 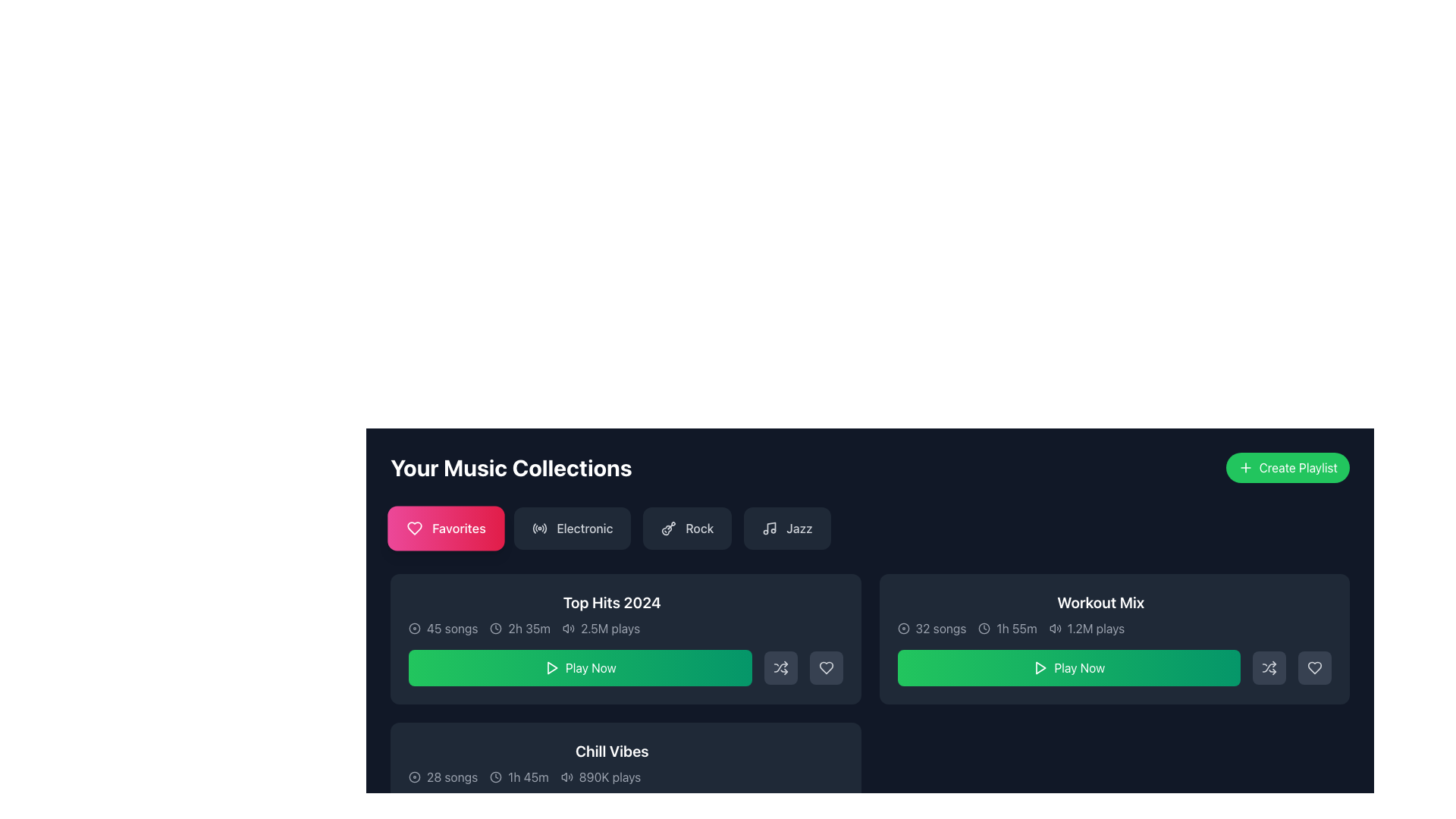 What do you see at coordinates (612, 629) in the screenshot?
I see `metadata information displayed in the text line with icons for the music collection labeled 'Top Hits 2024', which includes the number of songs, total duration, and play count` at bounding box center [612, 629].